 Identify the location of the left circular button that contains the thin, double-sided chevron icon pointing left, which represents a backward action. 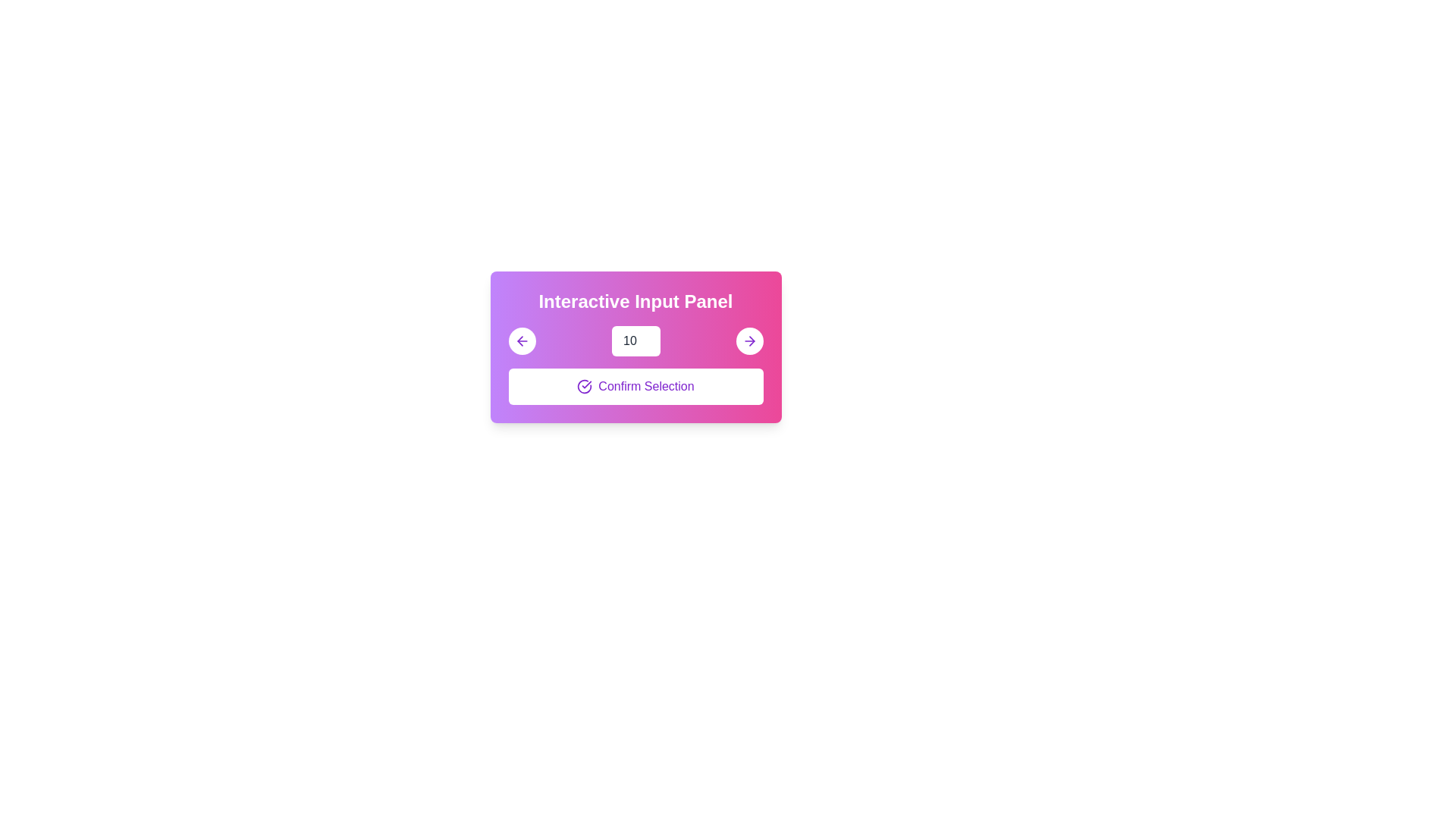
(519, 341).